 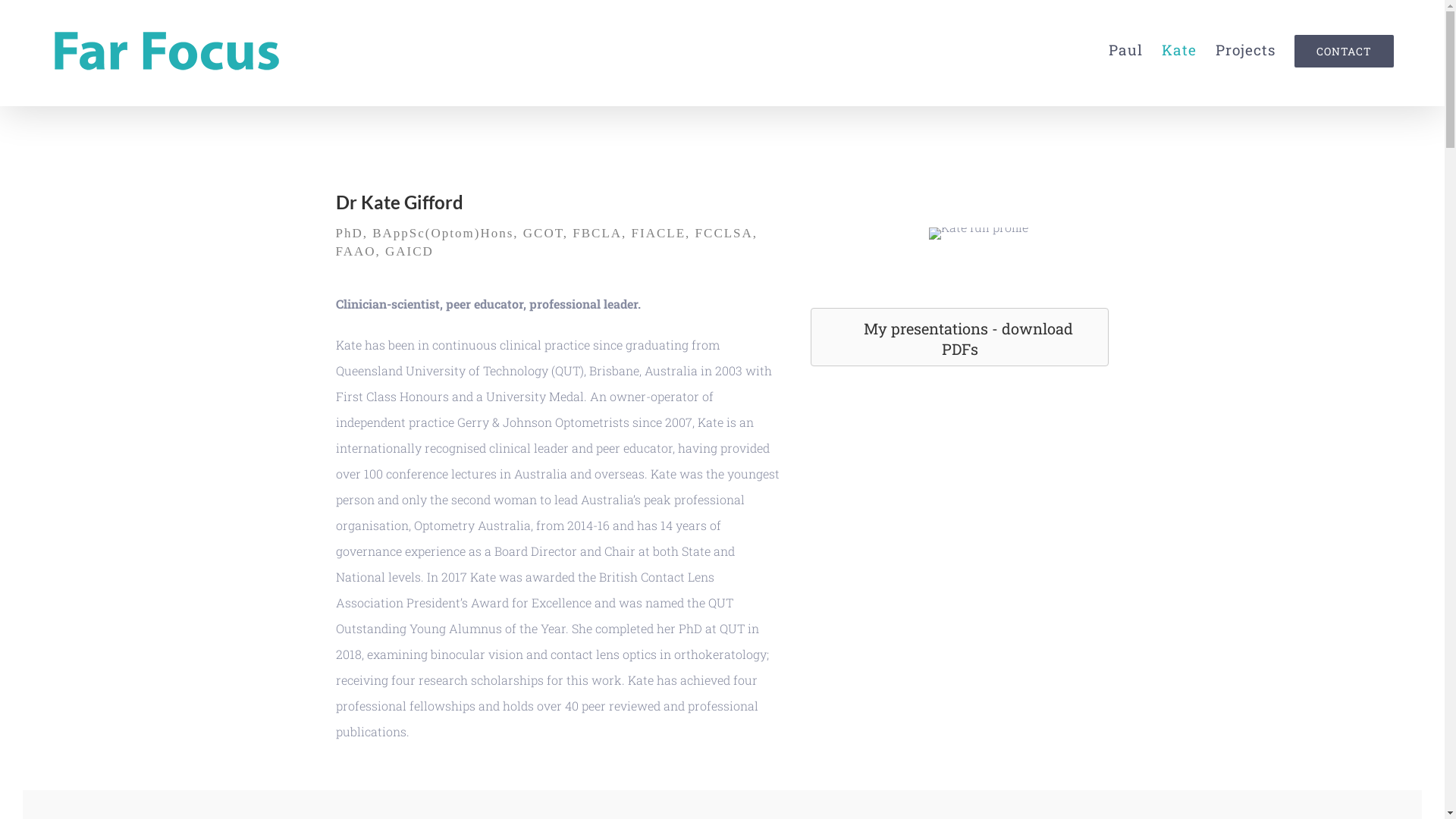 What do you see at coordinates (978, 234) in the screenshot?
I see `'Kate full profile'` at bounding box center [978, 234].